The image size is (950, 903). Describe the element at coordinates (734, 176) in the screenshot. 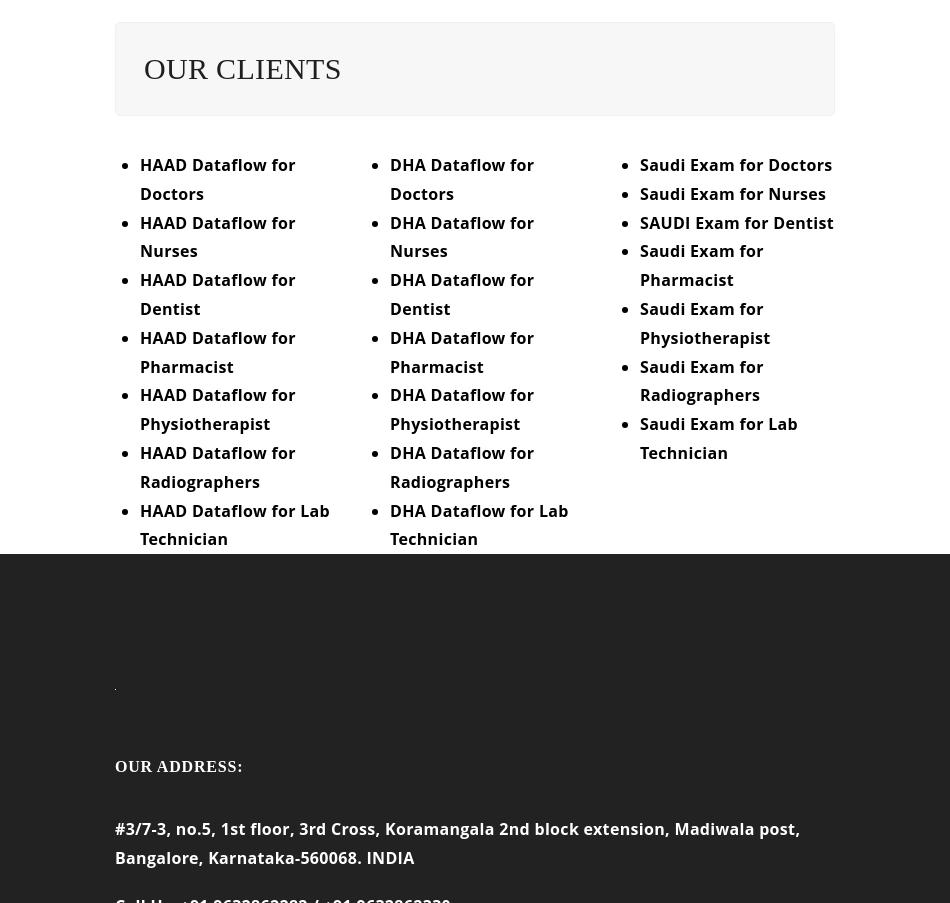

I see `'Saudi Exam for Doctors'` at that location.